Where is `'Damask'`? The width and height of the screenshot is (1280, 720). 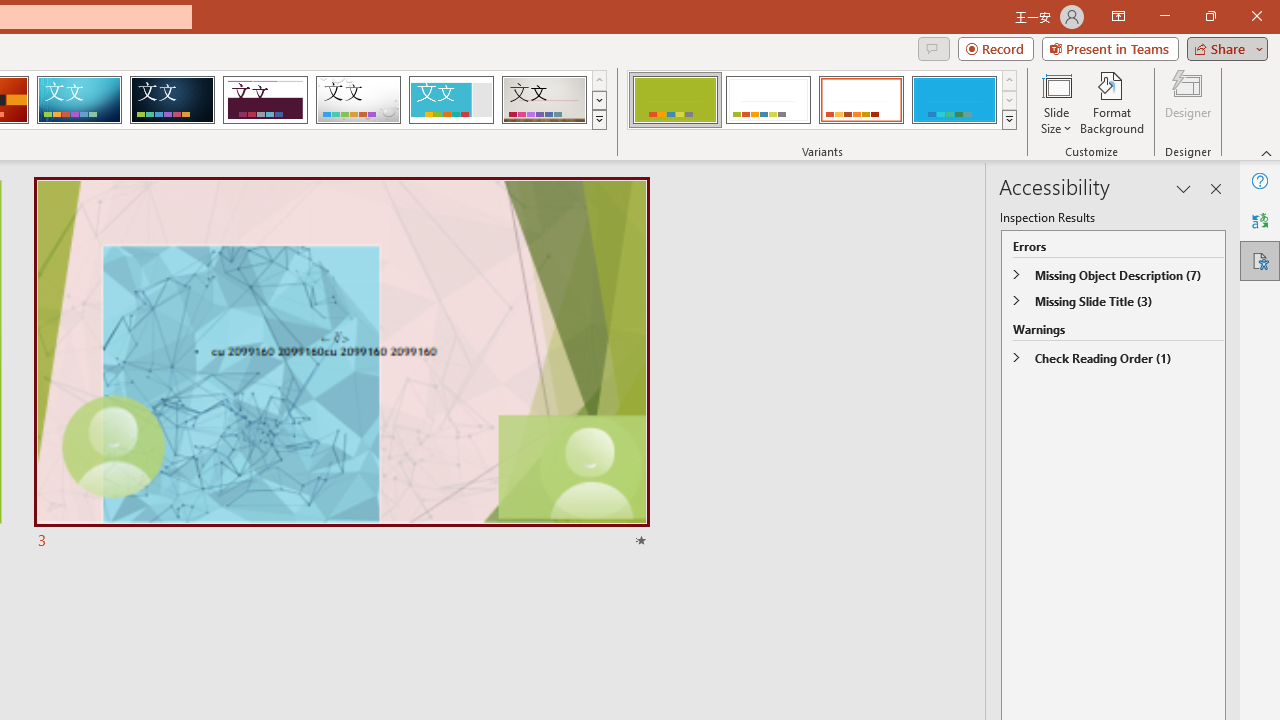
'Damask' is located at coordinates (172, 100).